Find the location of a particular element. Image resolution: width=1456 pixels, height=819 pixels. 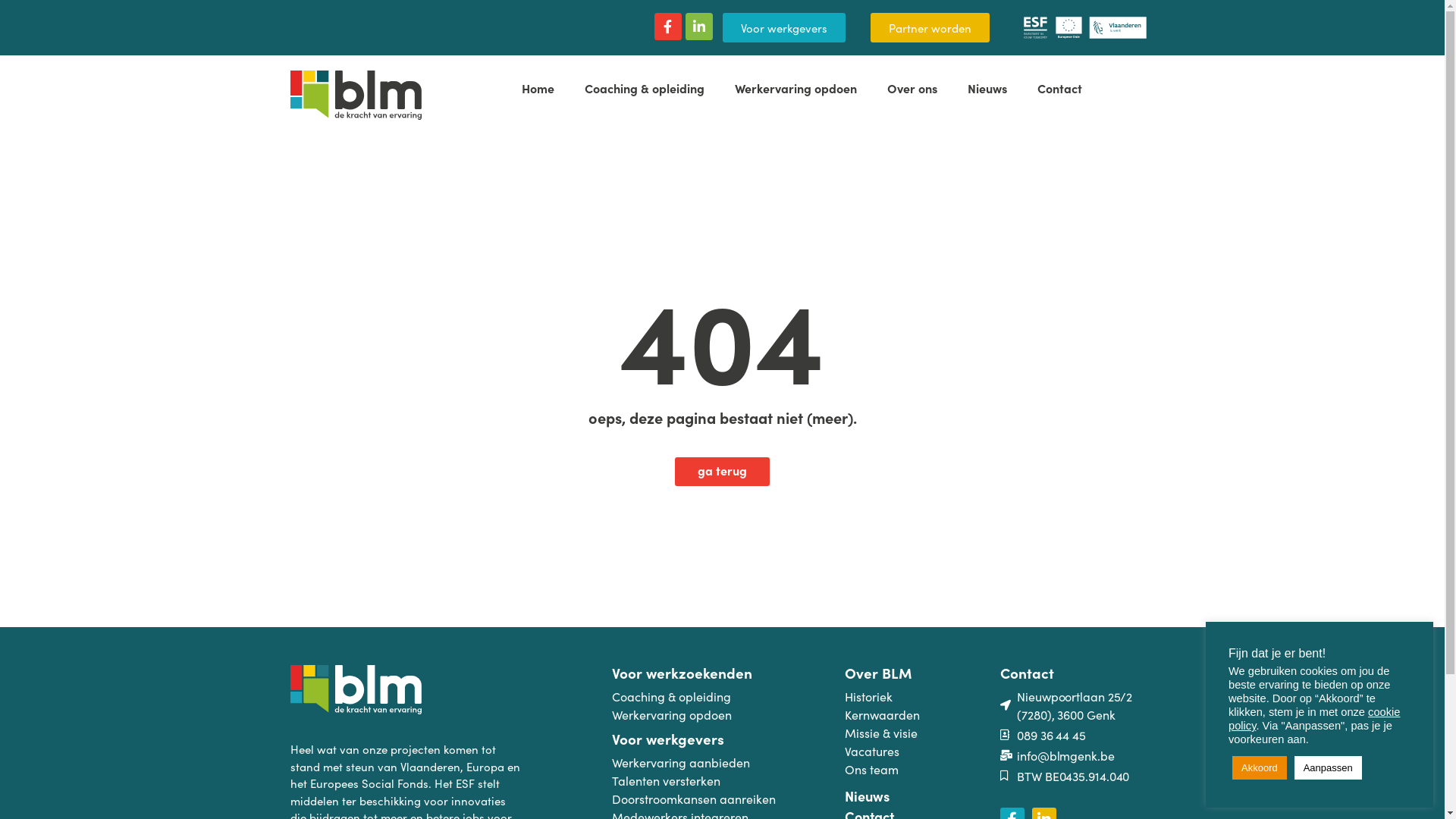

'Missie & visie' is located at coordinates (921, 731).